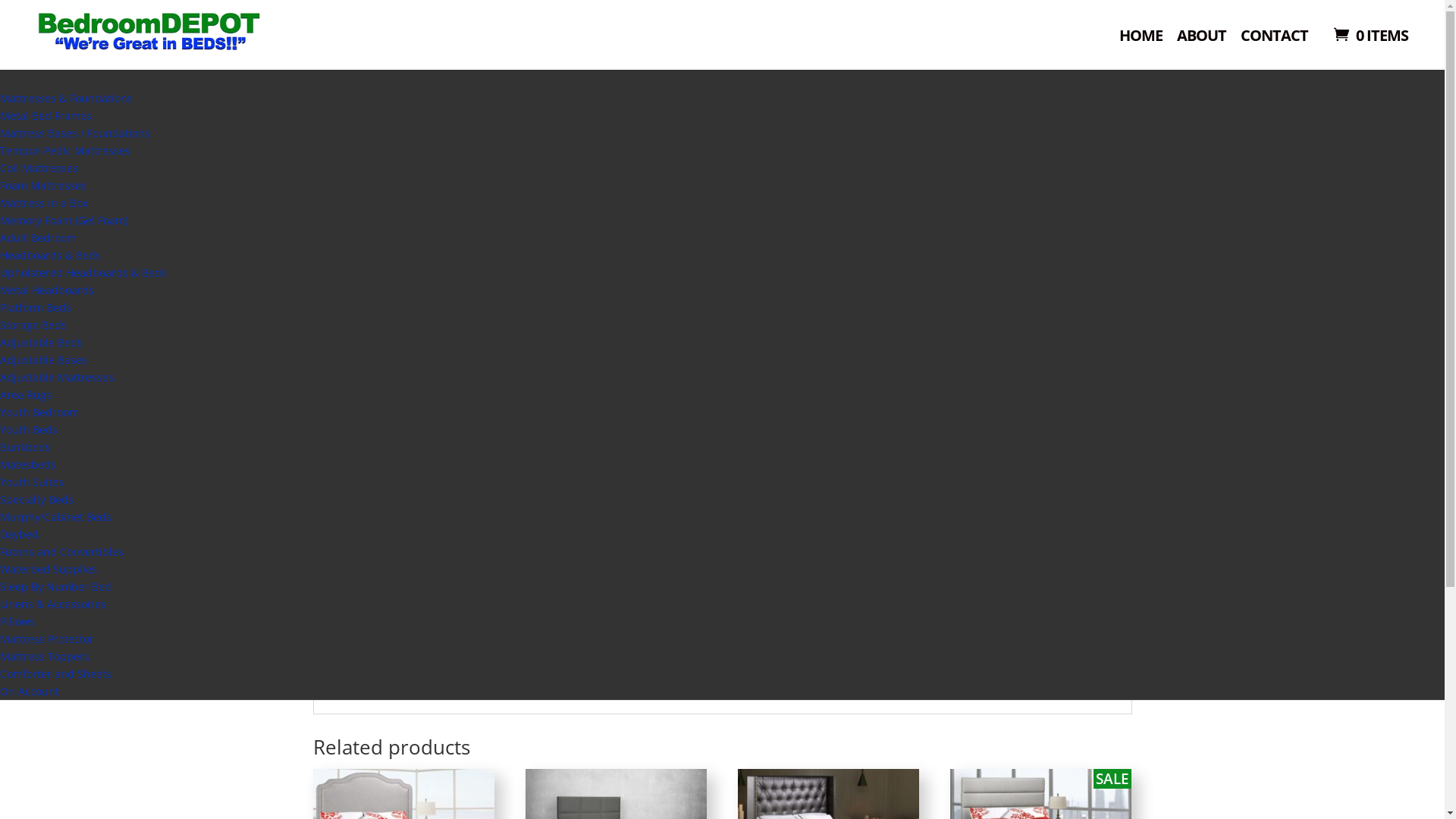 Image resolution: width=1456 pixels, height=819 pixels. I want to click on 'Memory Foam (Gel Foam)', so click(63, 220).